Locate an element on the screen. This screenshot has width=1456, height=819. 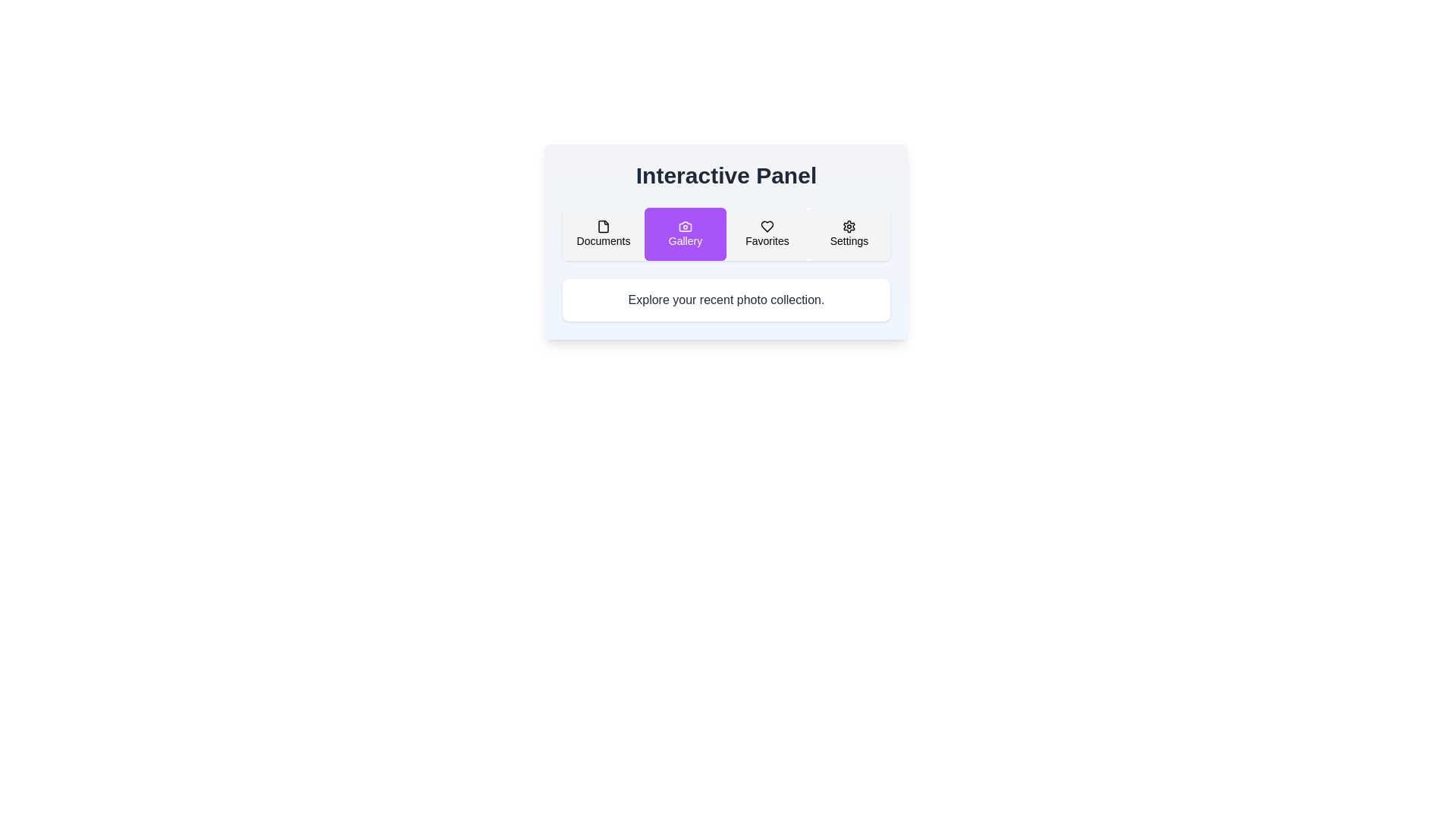
the camera icon which is located at the center of the purple card labeled 'Gallery.' This icon features a rounded top section and a circular lens-like area, and it is the second card from the left within a horizontally aligned panel is located at coordinates (684, 227).